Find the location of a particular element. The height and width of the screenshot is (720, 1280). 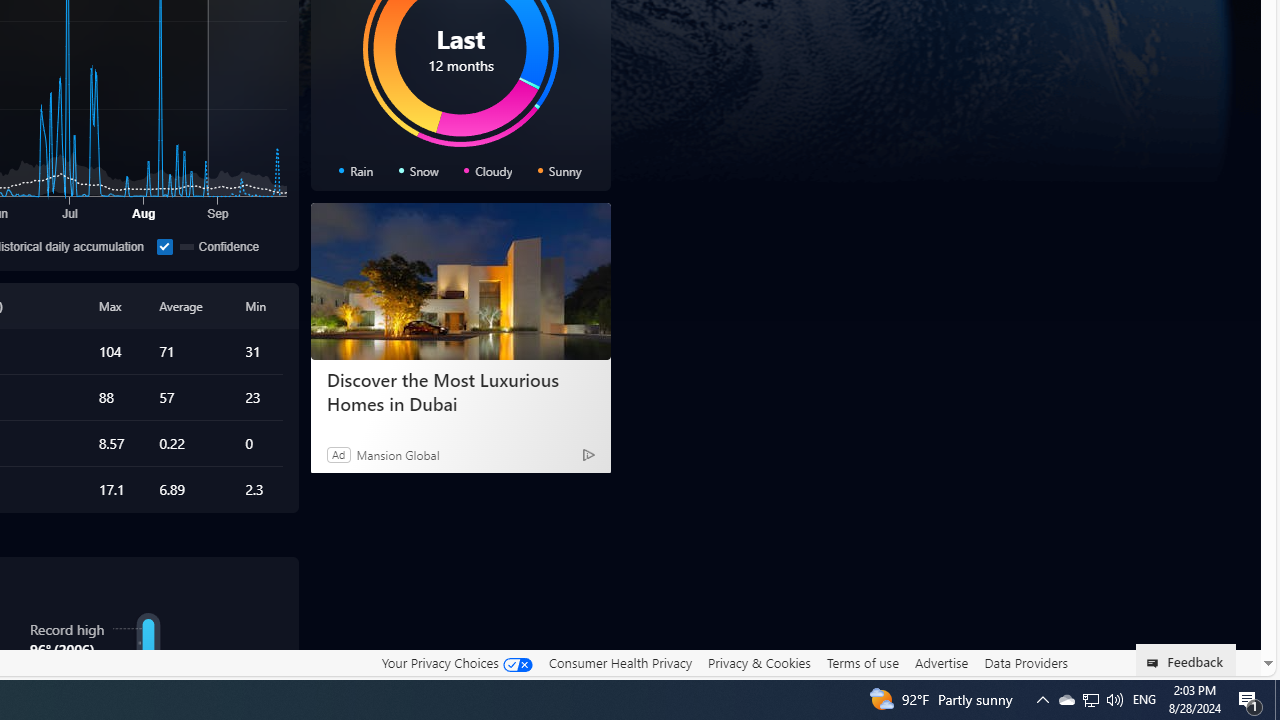

'Confidence' is located at coordinates (164, 245).